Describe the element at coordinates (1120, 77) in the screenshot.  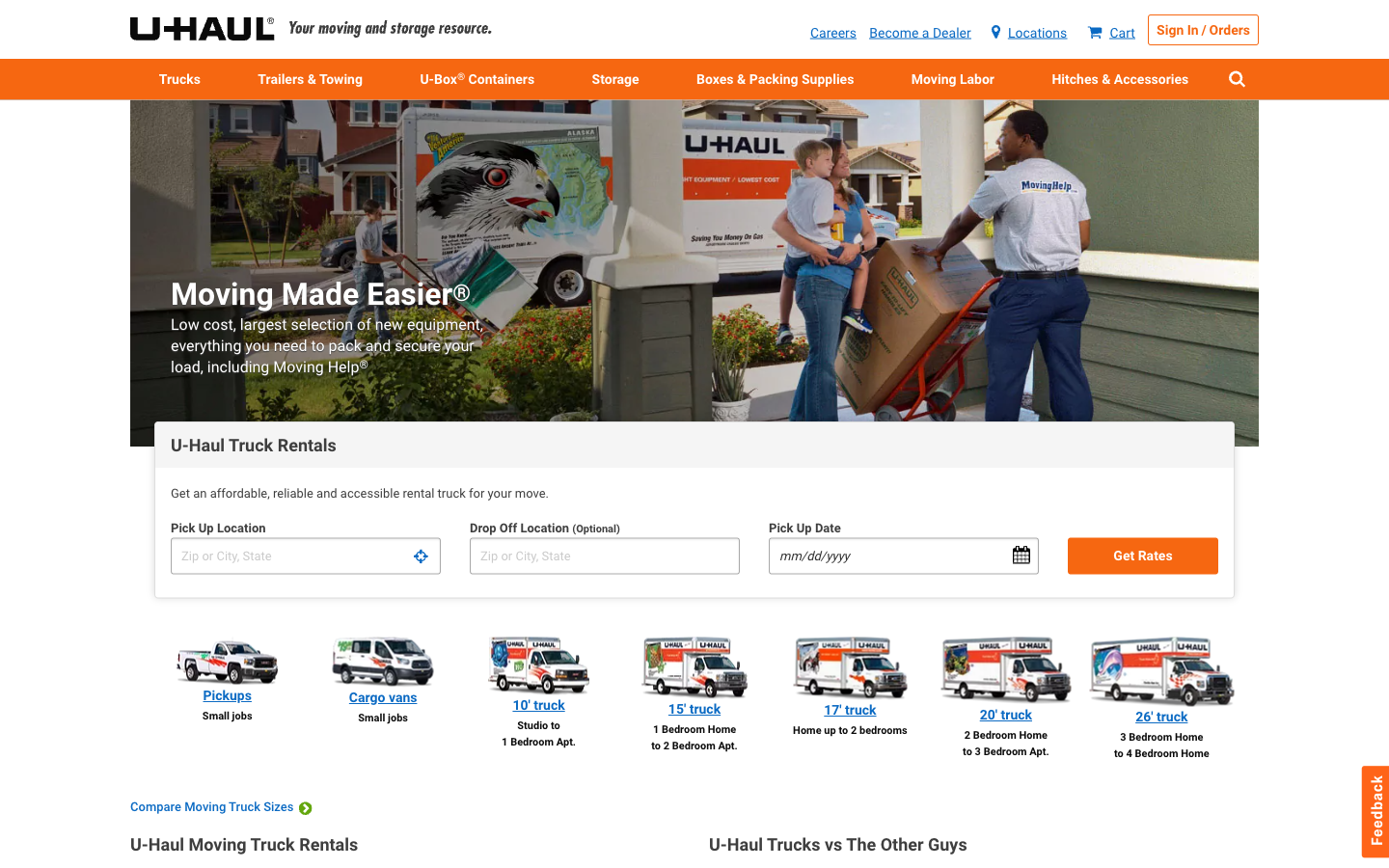
I see `How can I set up a trailer for my vehicle?` at that location.